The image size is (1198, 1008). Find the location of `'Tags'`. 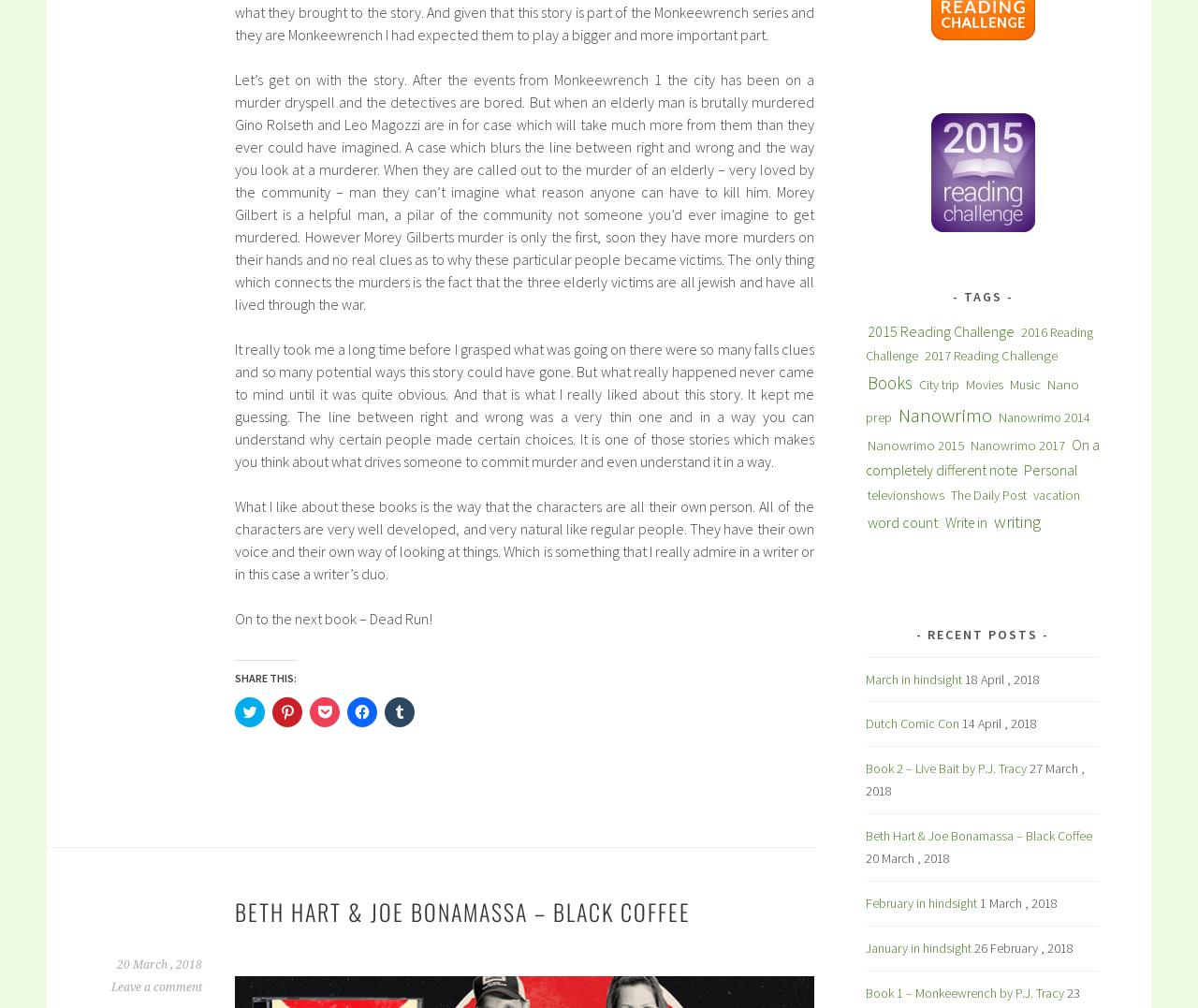

'Tags' is located at coordinates (981, 295).